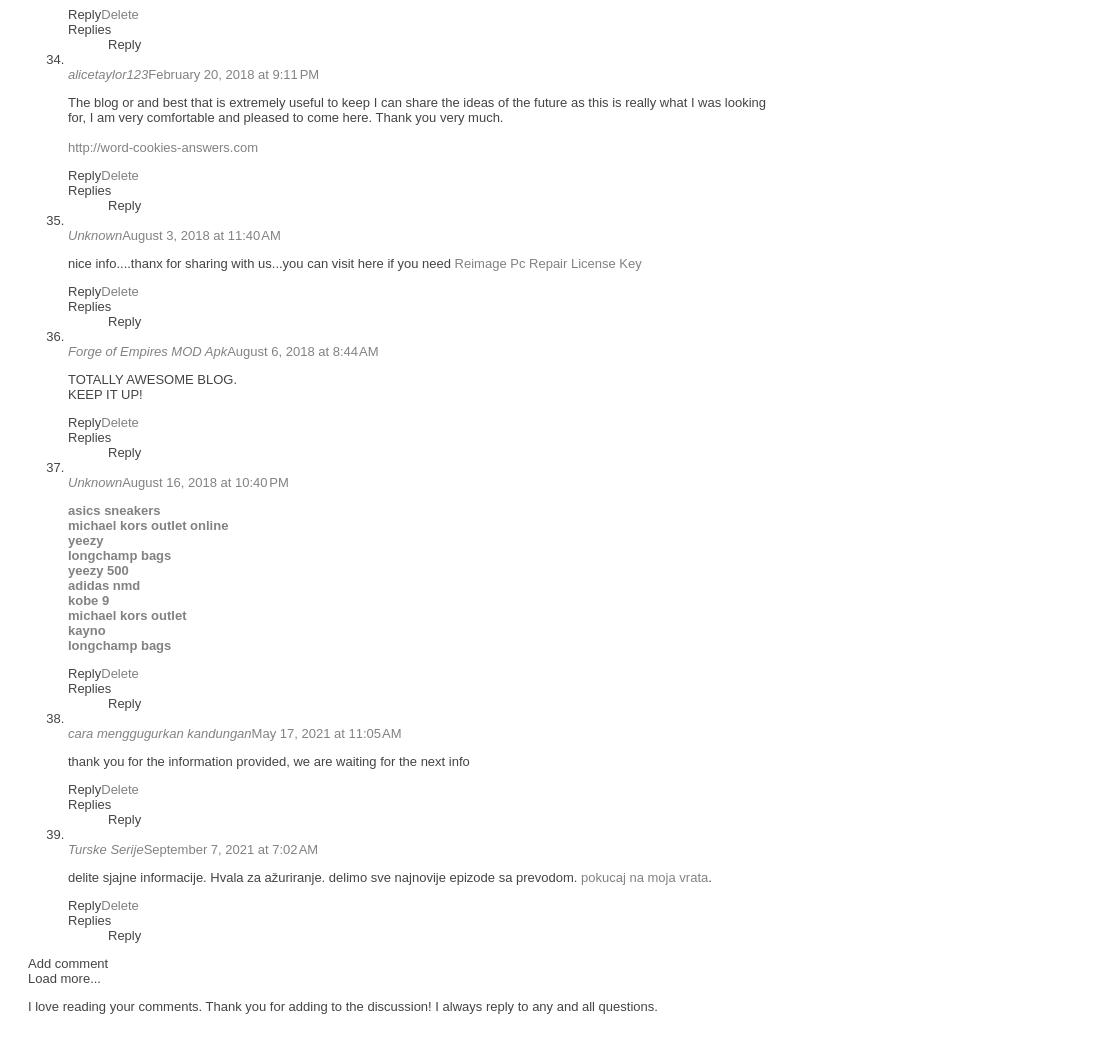 The width and height of the screenshot is (1108, 1037). Describe the element at coordinates (204, 481) in the screenshot. I see `'August 16, 2018 at 10:40 PM'` at that location.